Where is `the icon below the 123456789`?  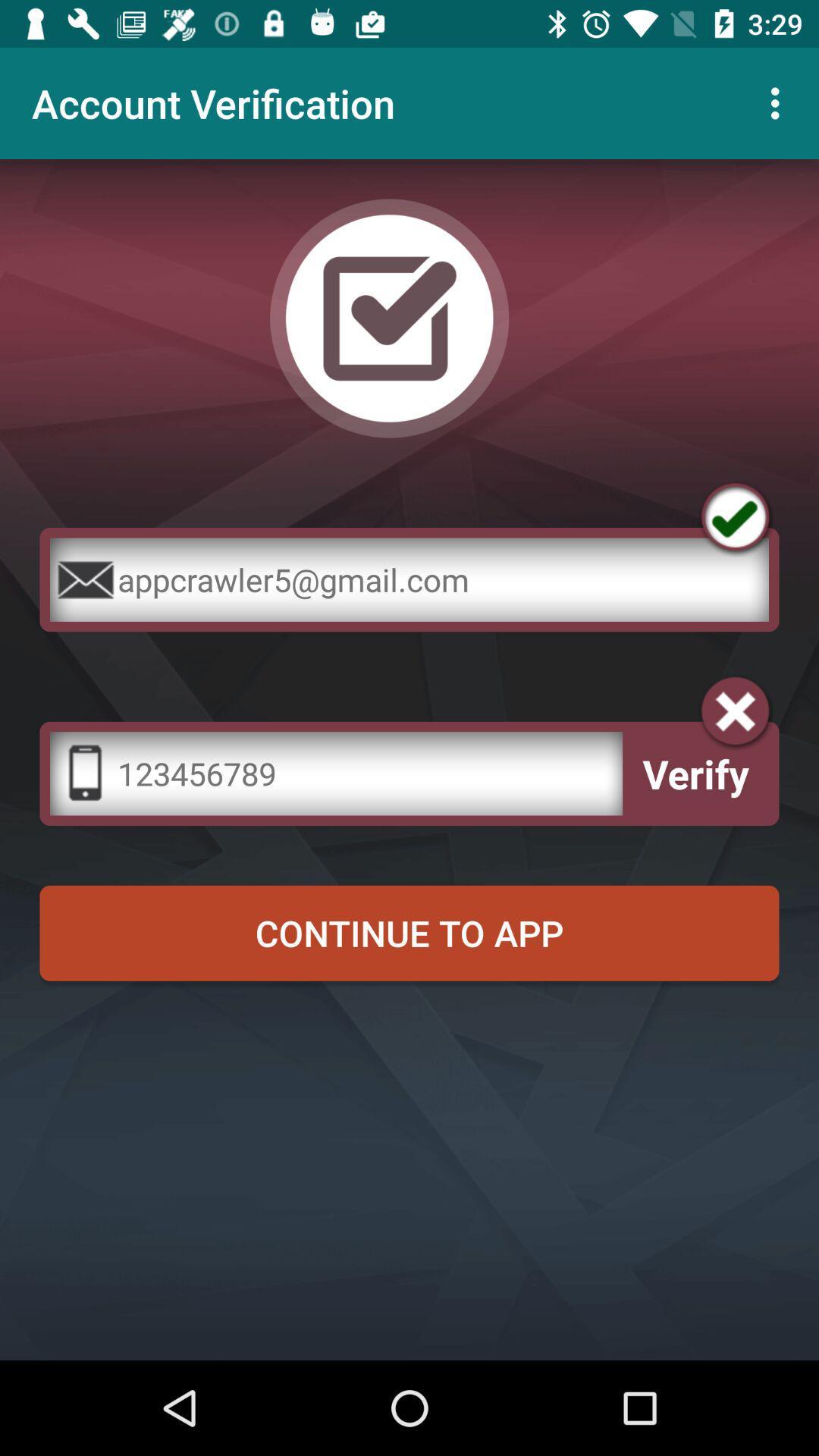
the icon below the 123456789 is located at coordinates (409, 932).